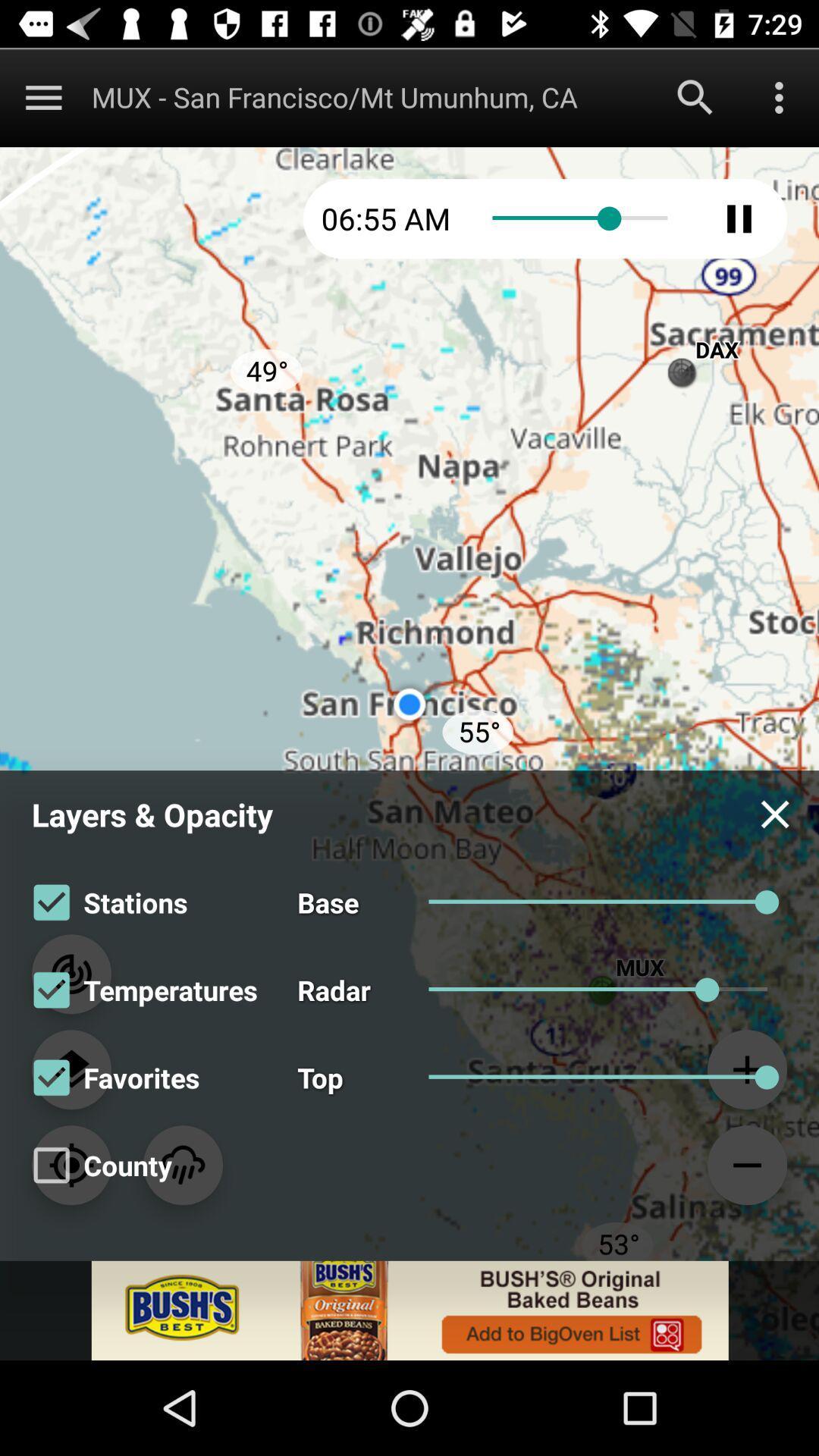 The image size is (819, 1456). I want to click on the close icon, so click(775, 814).